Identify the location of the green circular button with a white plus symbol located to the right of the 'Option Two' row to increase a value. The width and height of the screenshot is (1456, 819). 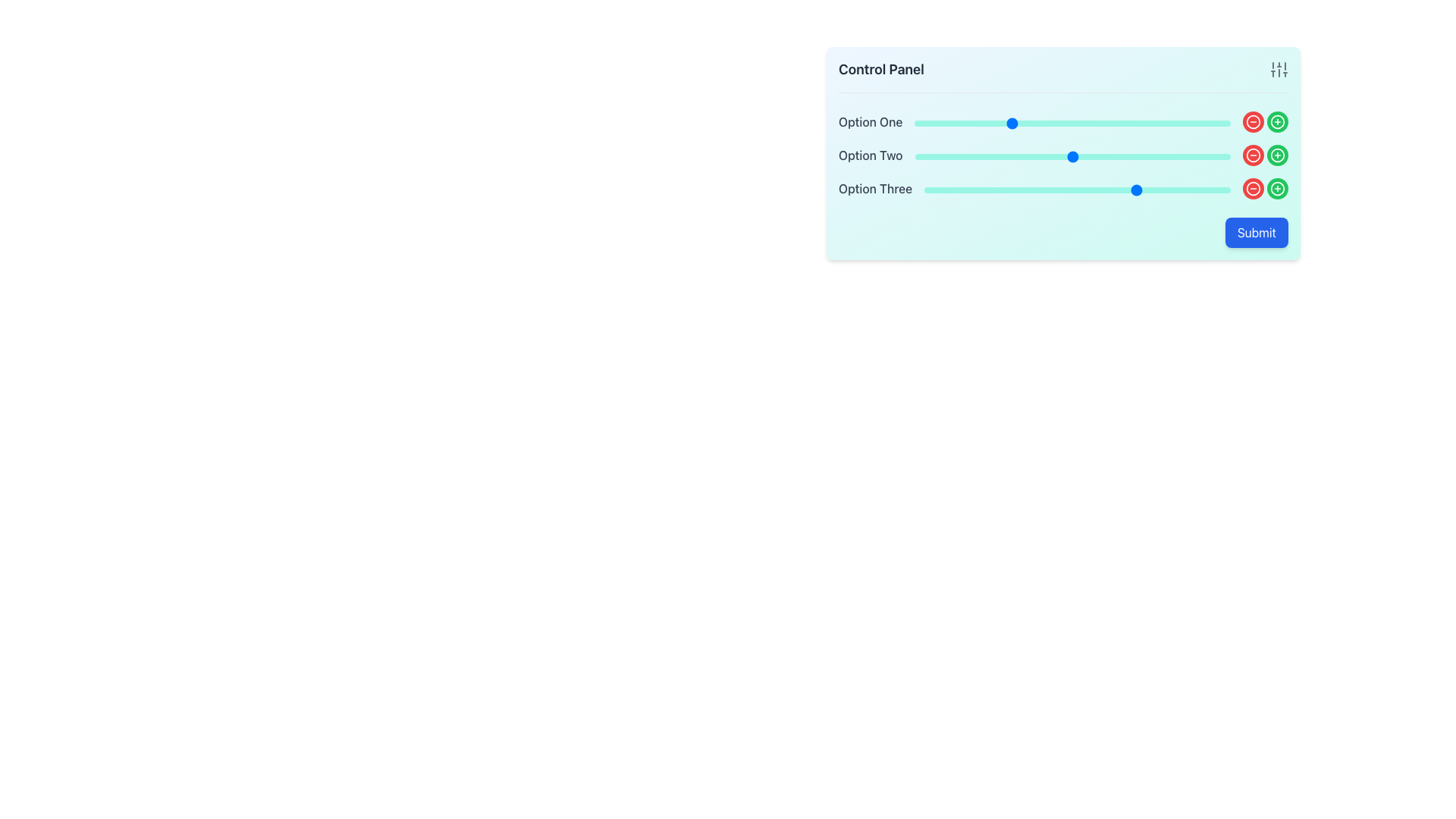
(1266, 155).